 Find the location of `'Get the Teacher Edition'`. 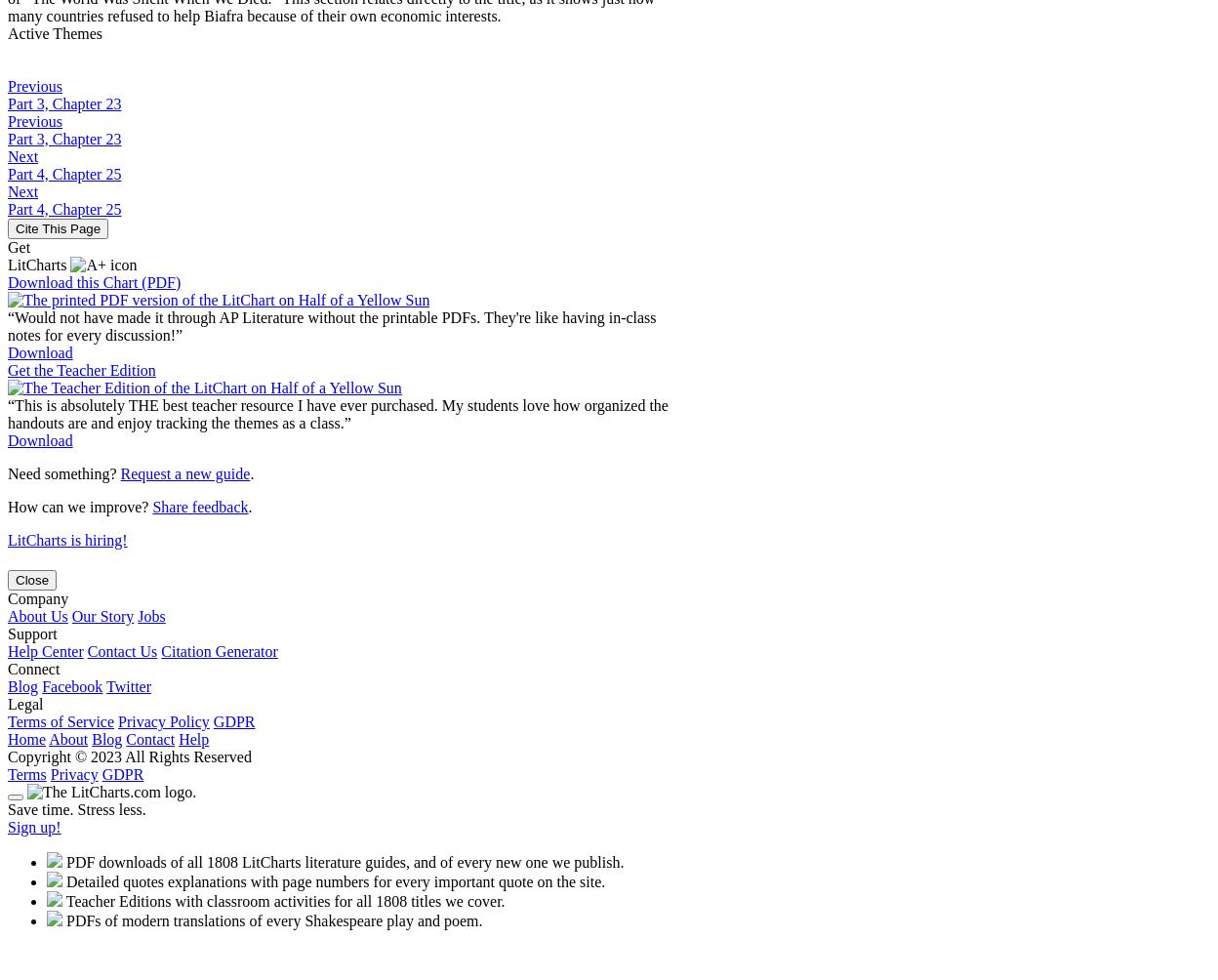

'Get the Teacher Edition' is located at coordinates (80, 368).